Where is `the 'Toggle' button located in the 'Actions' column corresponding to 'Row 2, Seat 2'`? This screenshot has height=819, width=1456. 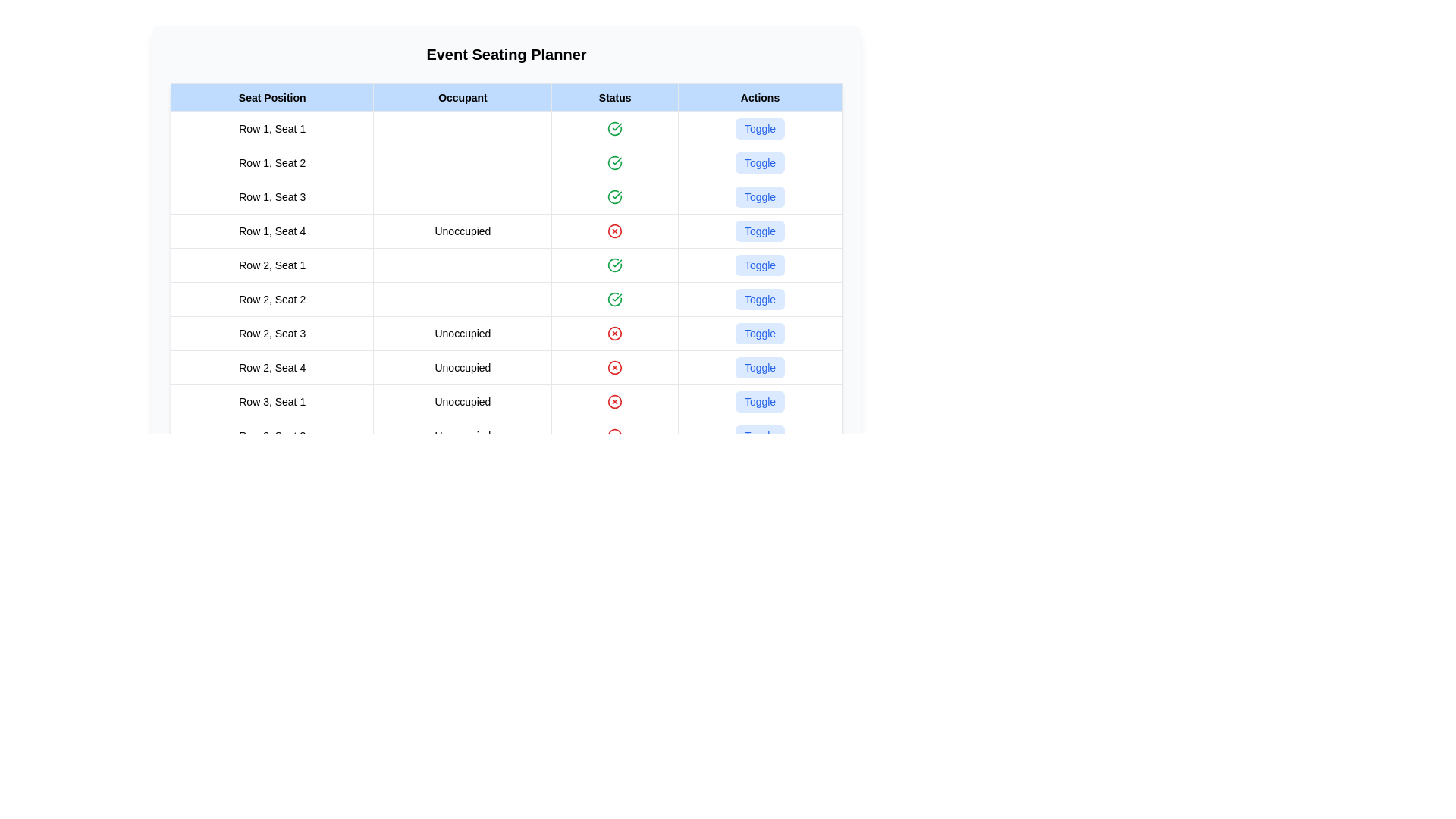
the 'Toggle' button located in the 'Actions' column corresponding to 'Row 2, Seat 2' is located at coordinates (760, 299).